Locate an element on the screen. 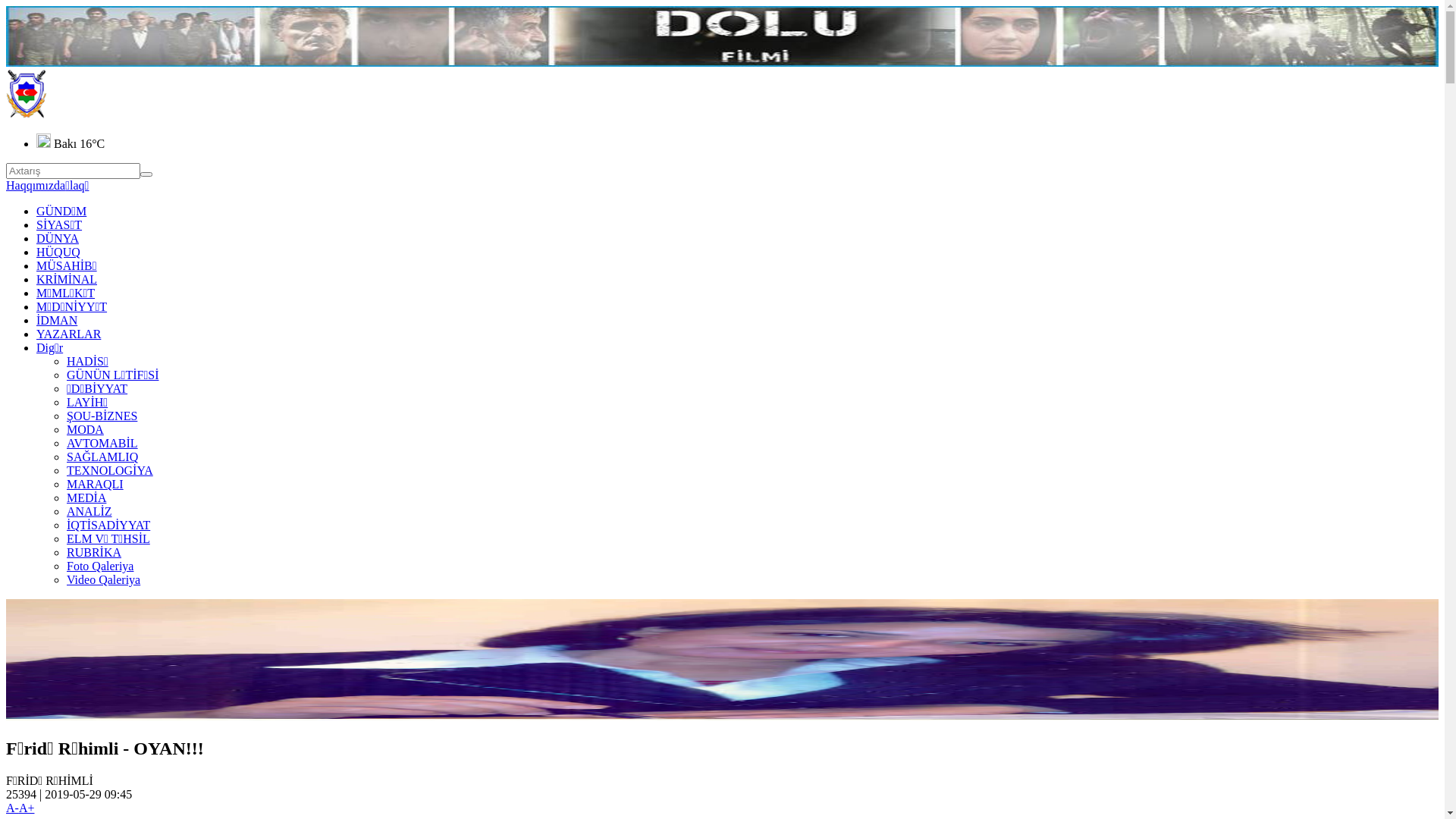 The height and width of the screenshot is (819, 1456). 'MODA' is located at coordinates (84, 429).